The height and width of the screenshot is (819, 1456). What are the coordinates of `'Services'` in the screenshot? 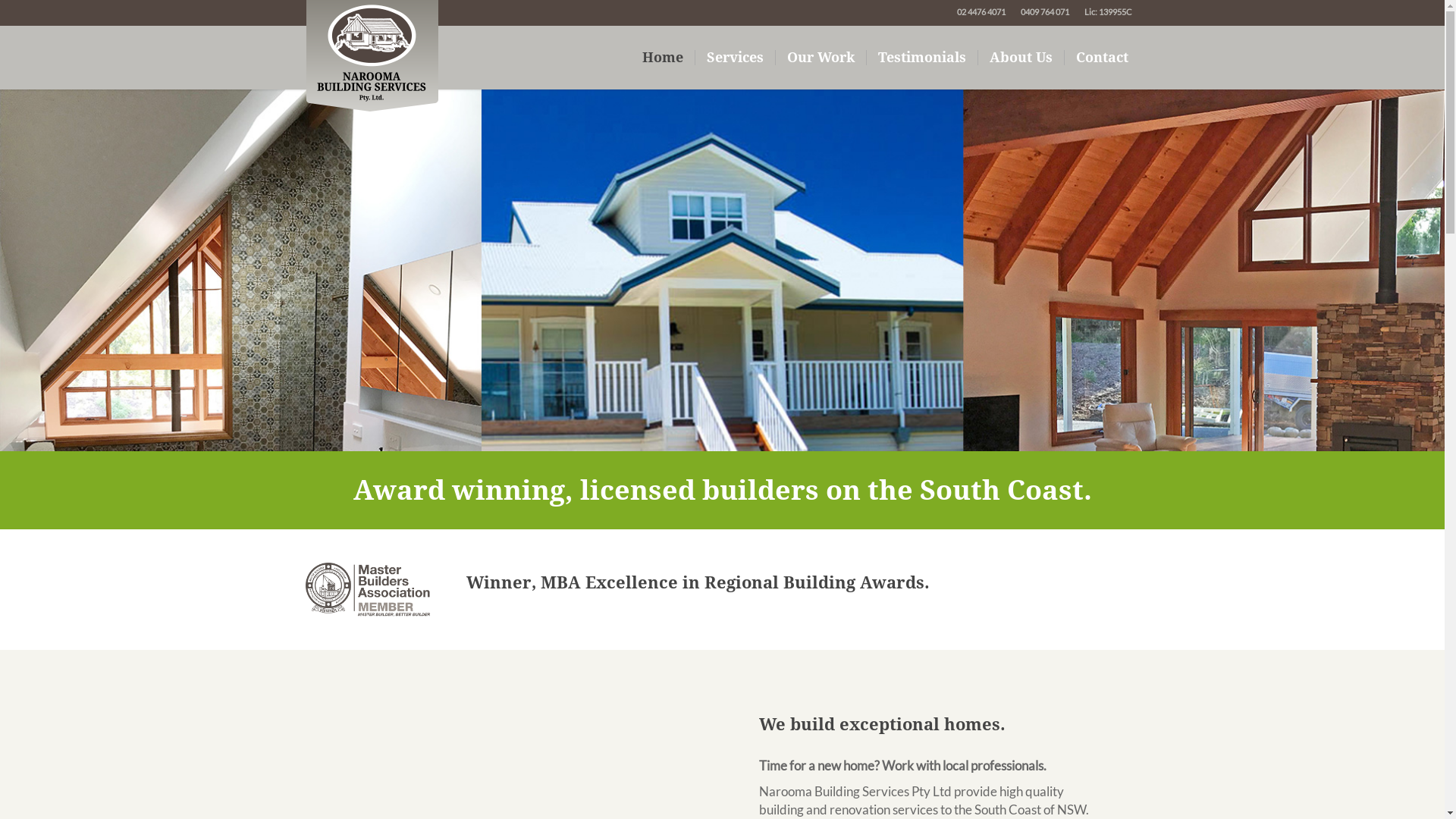 It's located at (735, 57).